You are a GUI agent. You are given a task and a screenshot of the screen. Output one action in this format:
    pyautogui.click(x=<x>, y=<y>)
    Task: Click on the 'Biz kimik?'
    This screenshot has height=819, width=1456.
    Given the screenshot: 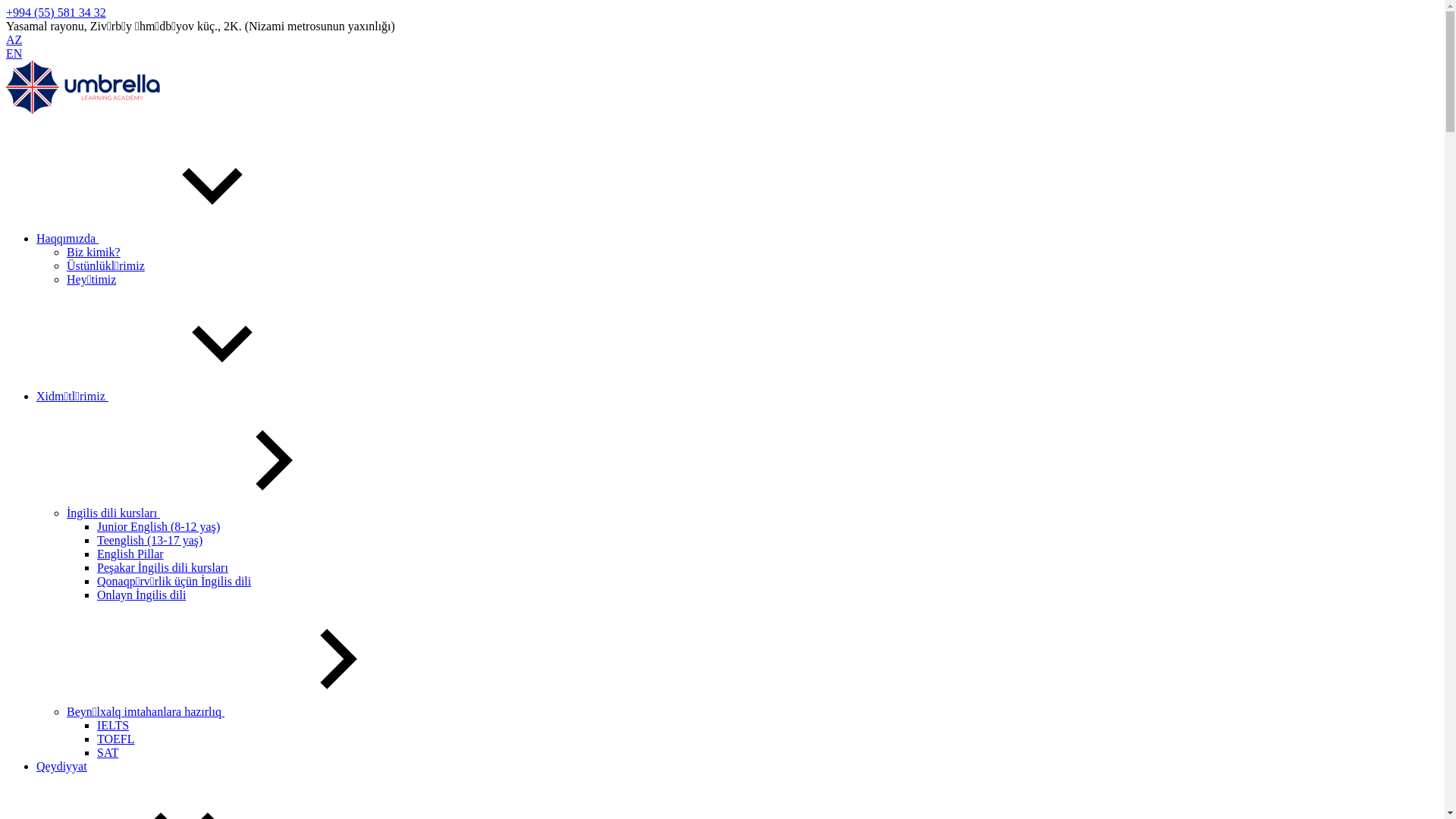 What is the action you would take?
    pyautogui.click(x=93, y=251)
    